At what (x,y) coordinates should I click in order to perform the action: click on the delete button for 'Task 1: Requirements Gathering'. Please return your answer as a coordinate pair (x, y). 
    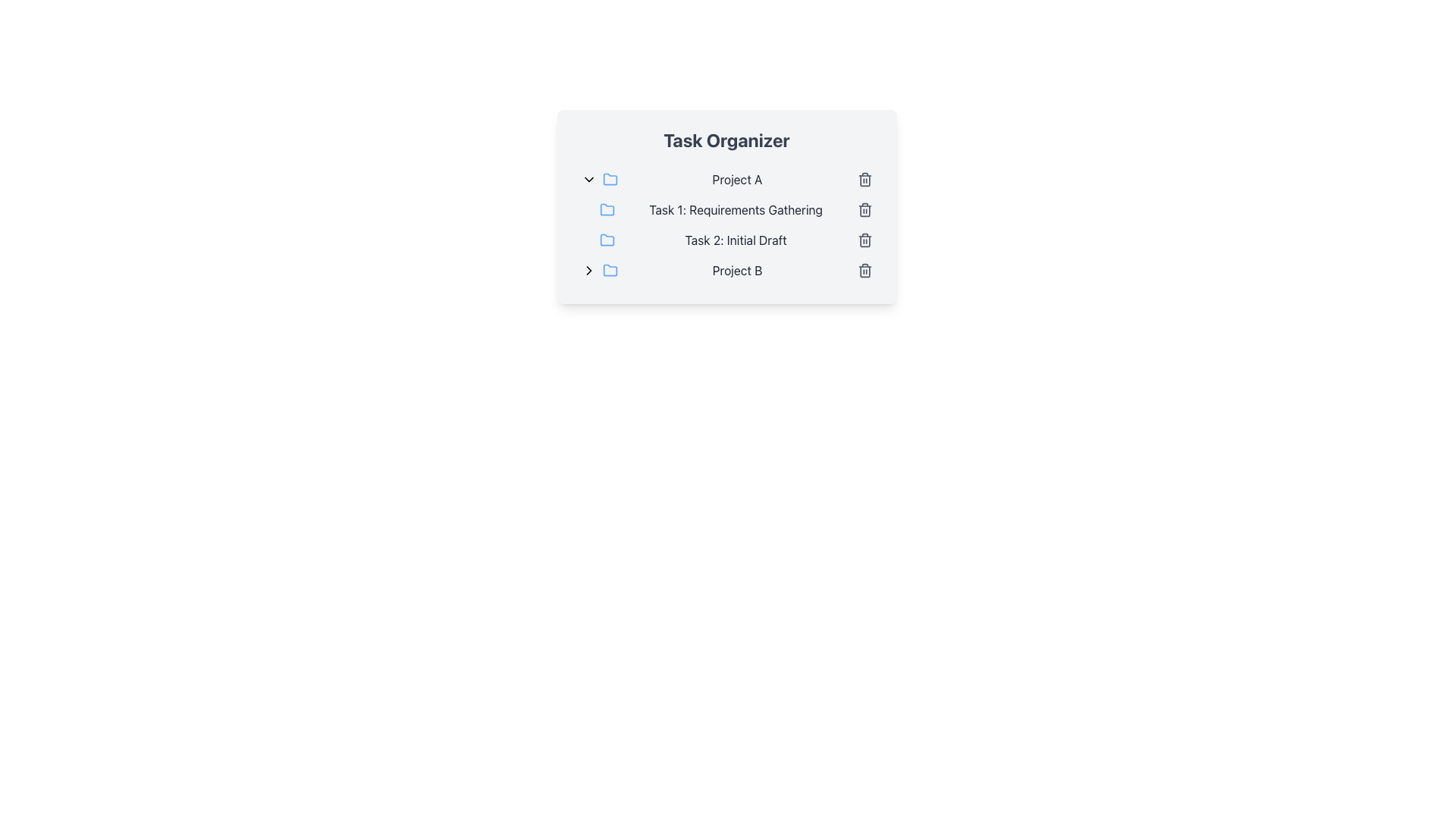
    Looking at the image, I should click on (864, 210).